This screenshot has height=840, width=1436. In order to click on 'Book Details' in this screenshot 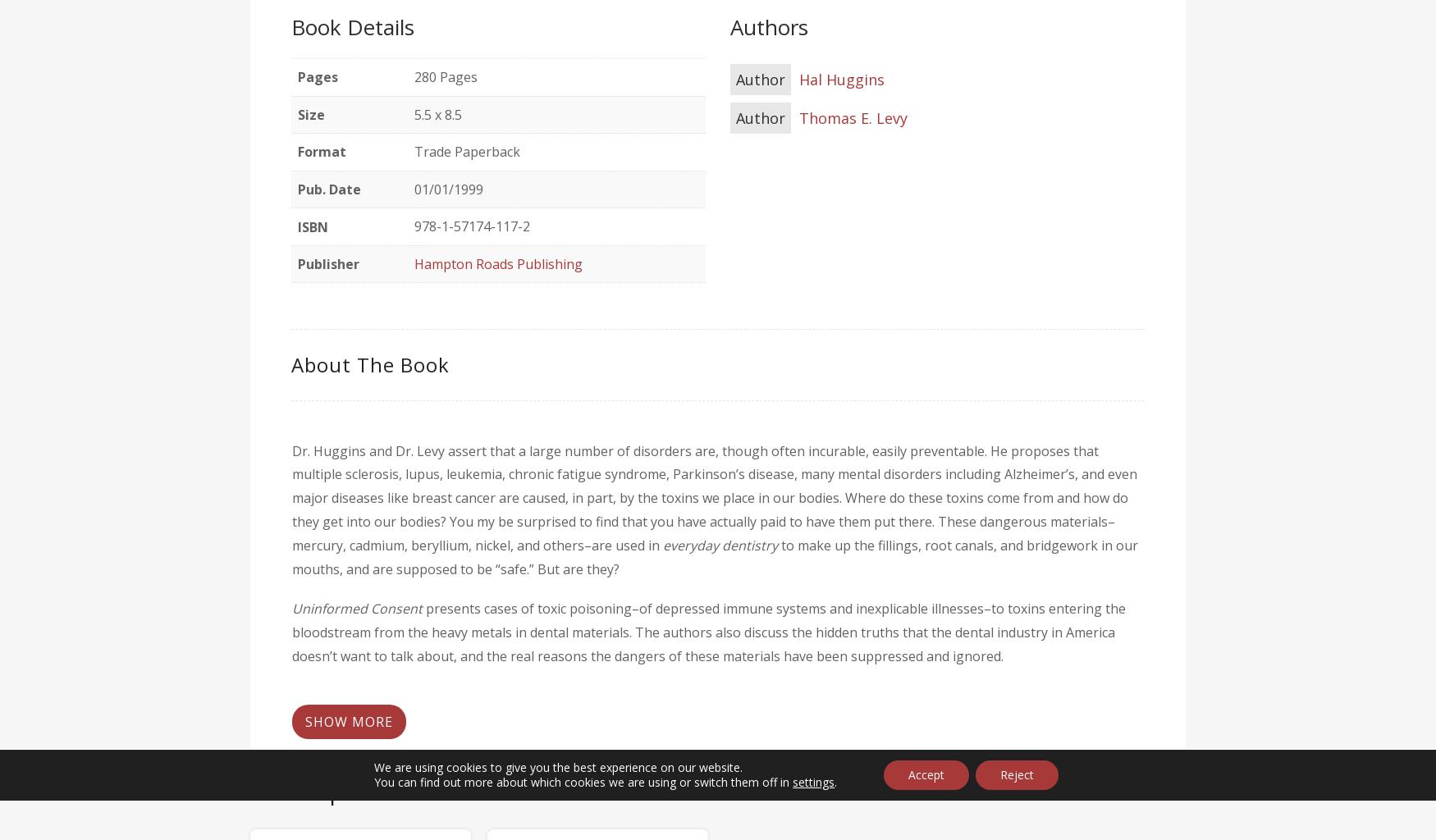, I will do `click(351, 25)`.